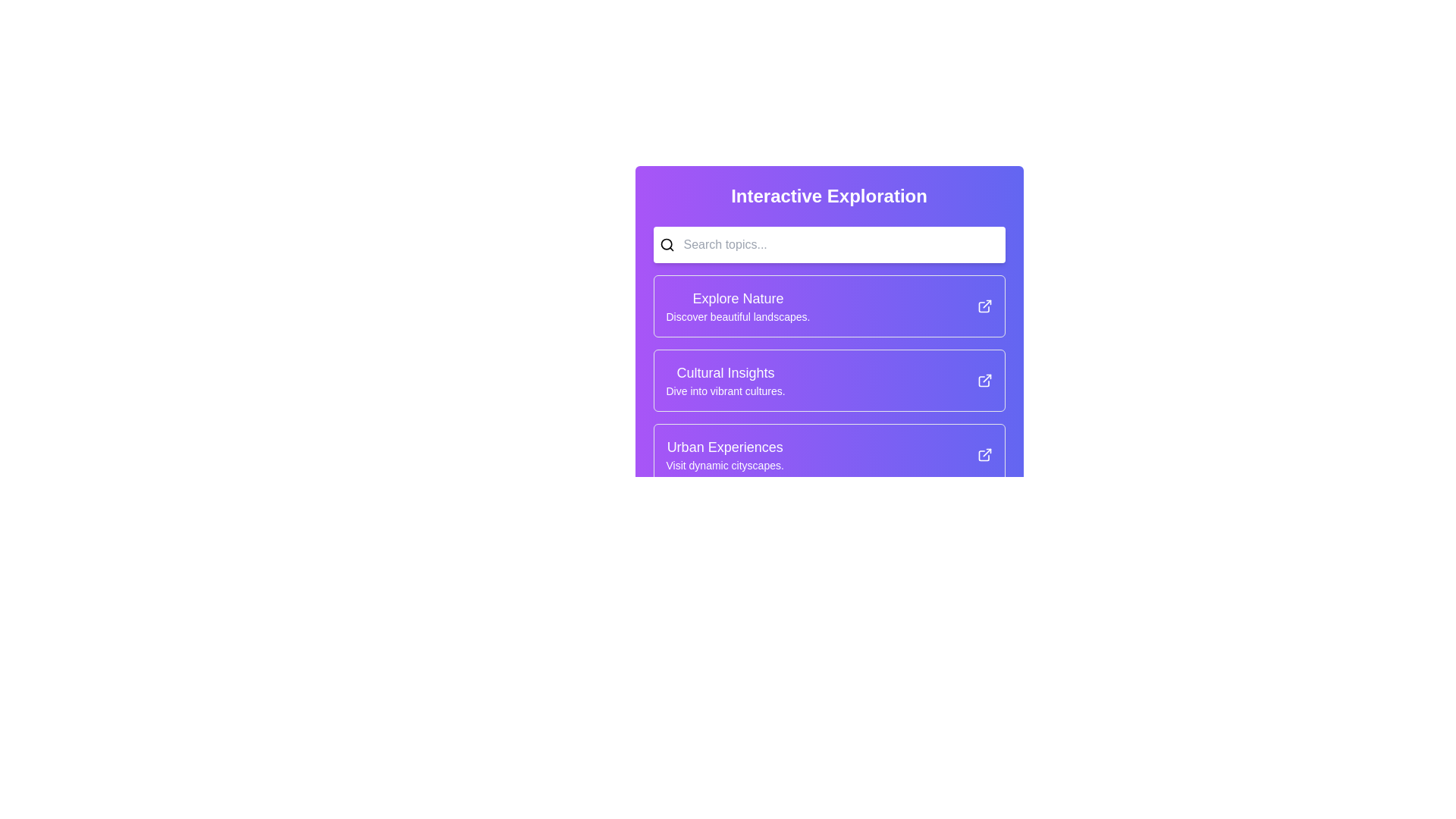 The width and height of the screenshot is (1456, 819). Describe the element at coordinates (667, 244) in the screenshot. I see `the Search icon located at the top left of the search bar, which represents the search functionality` at that location.